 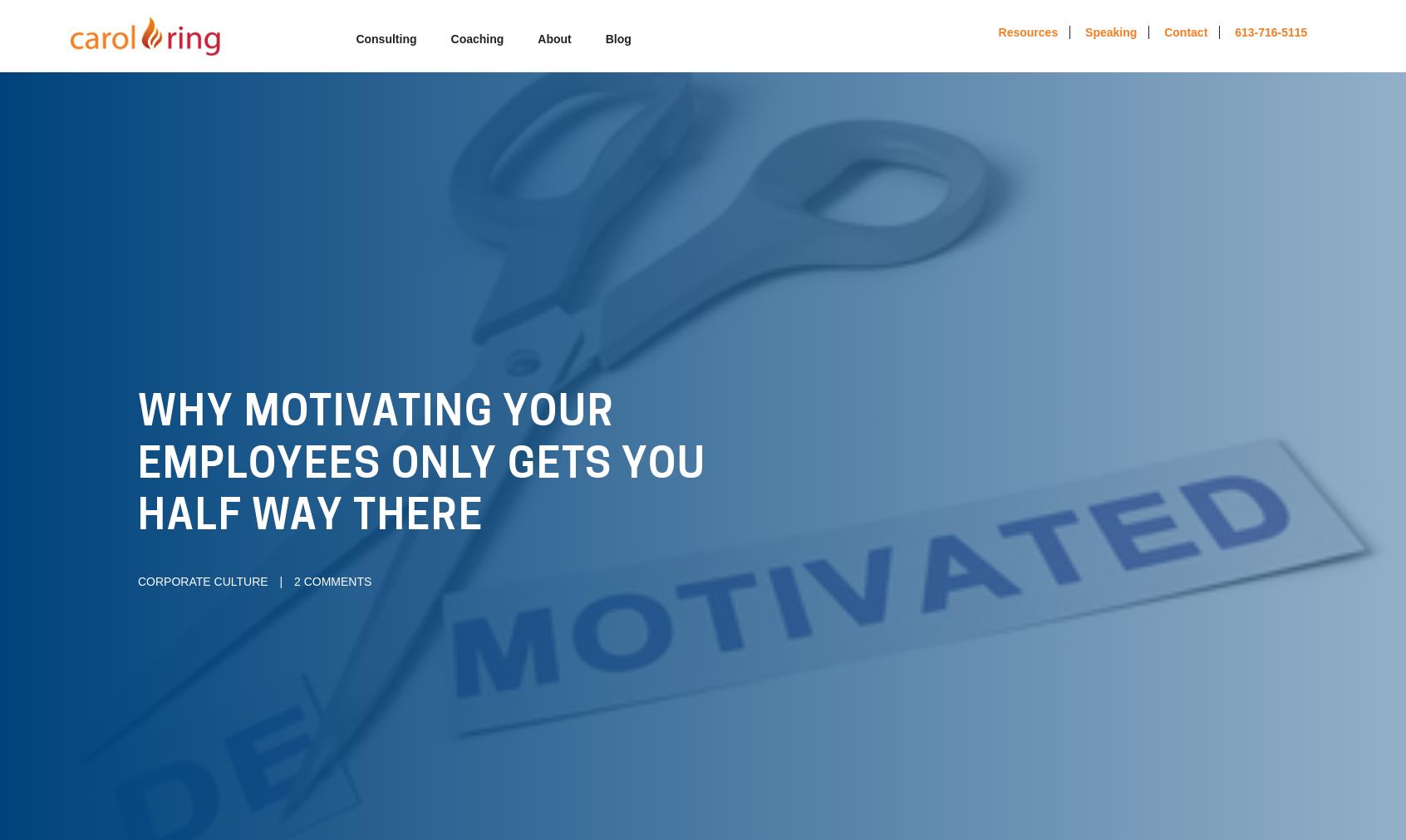 I want to click on '|', so click(x=280, y=581).